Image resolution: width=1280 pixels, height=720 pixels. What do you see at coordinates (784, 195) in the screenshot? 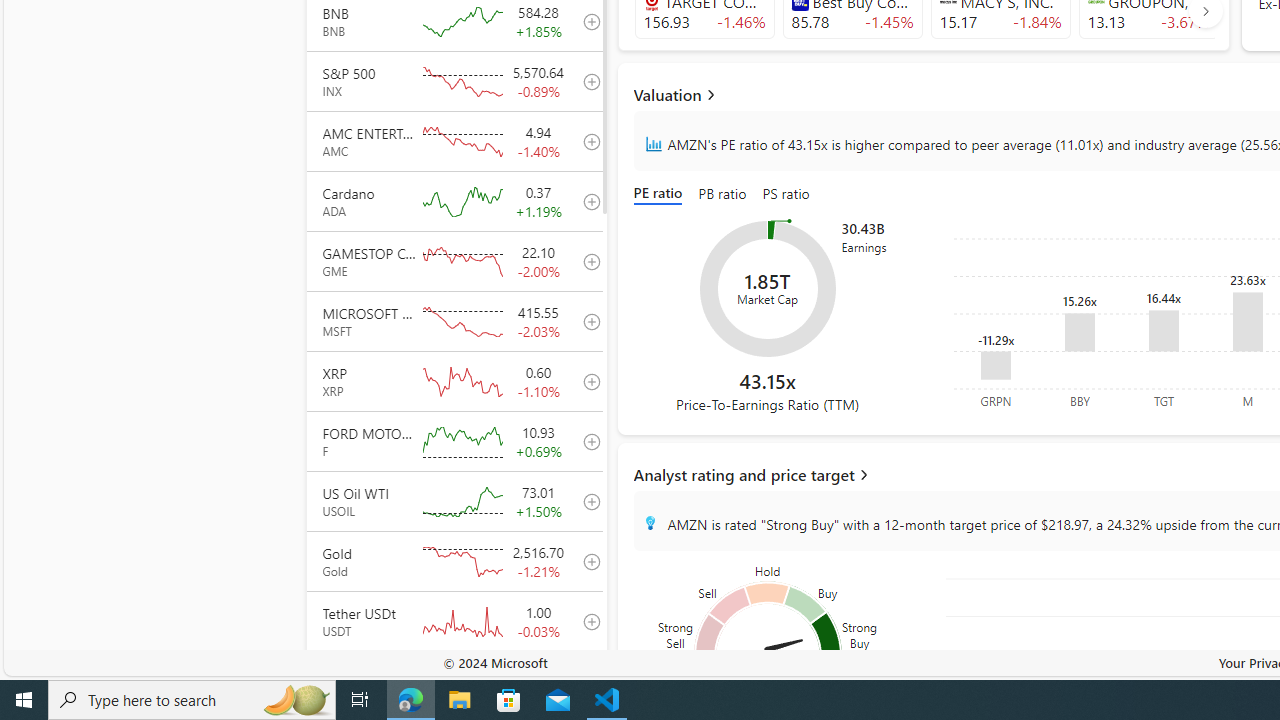
I see `'PS ratio'` at bounding box center [784, 195].